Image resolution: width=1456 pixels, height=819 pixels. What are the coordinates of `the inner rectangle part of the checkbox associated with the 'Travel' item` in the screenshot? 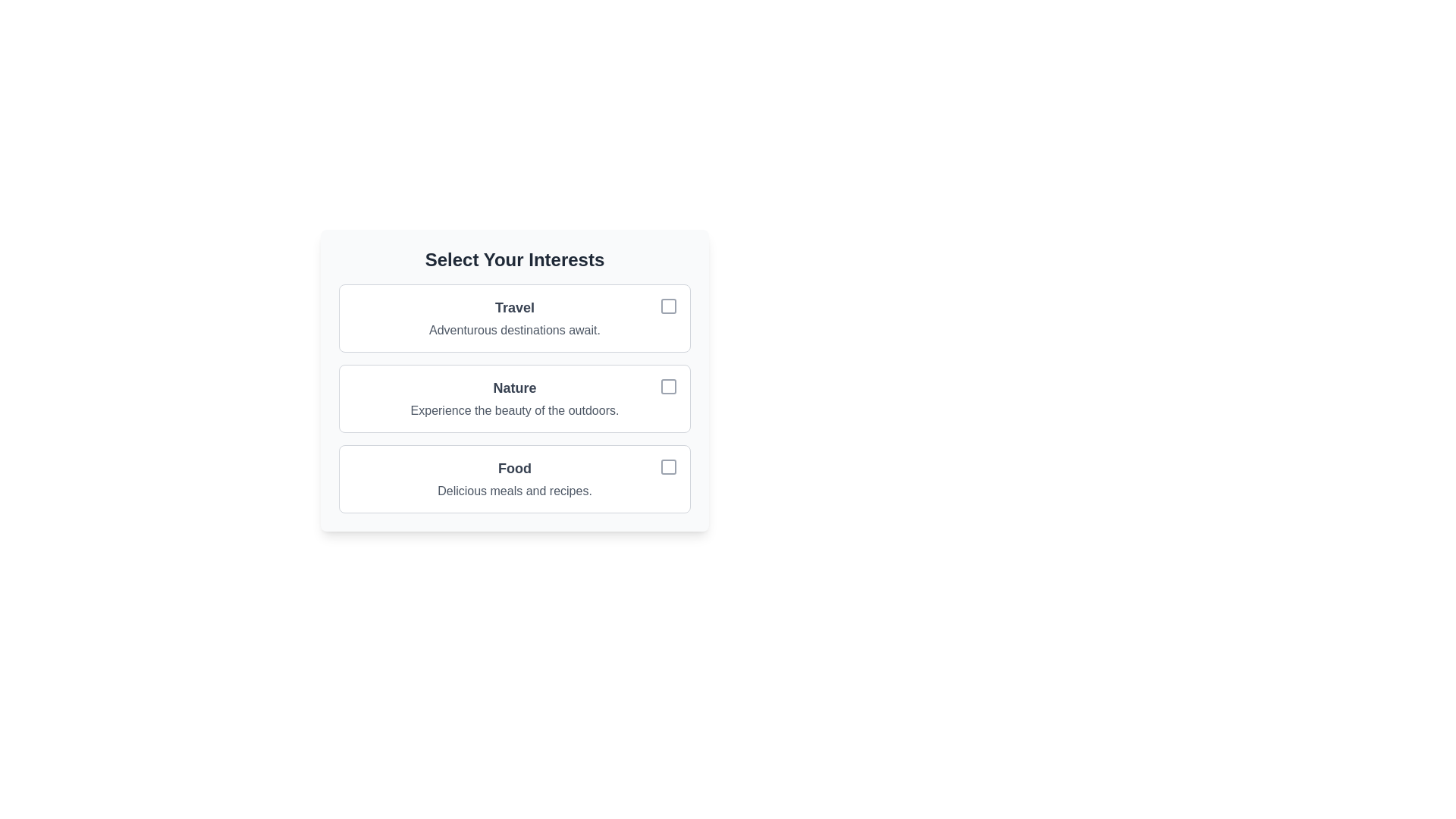 It's located at (668, 306).